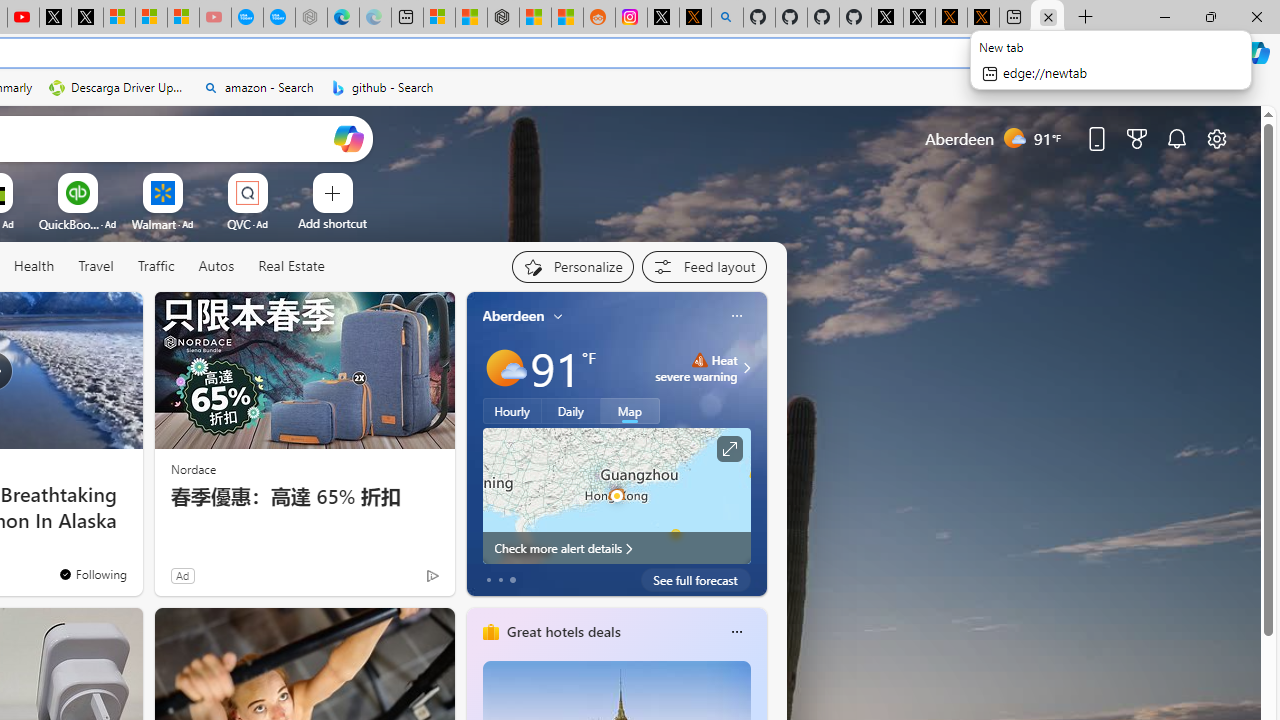  Describe the element at coordinates (1215, 137) in the screenshot. I see `'Page settings'` at that location.